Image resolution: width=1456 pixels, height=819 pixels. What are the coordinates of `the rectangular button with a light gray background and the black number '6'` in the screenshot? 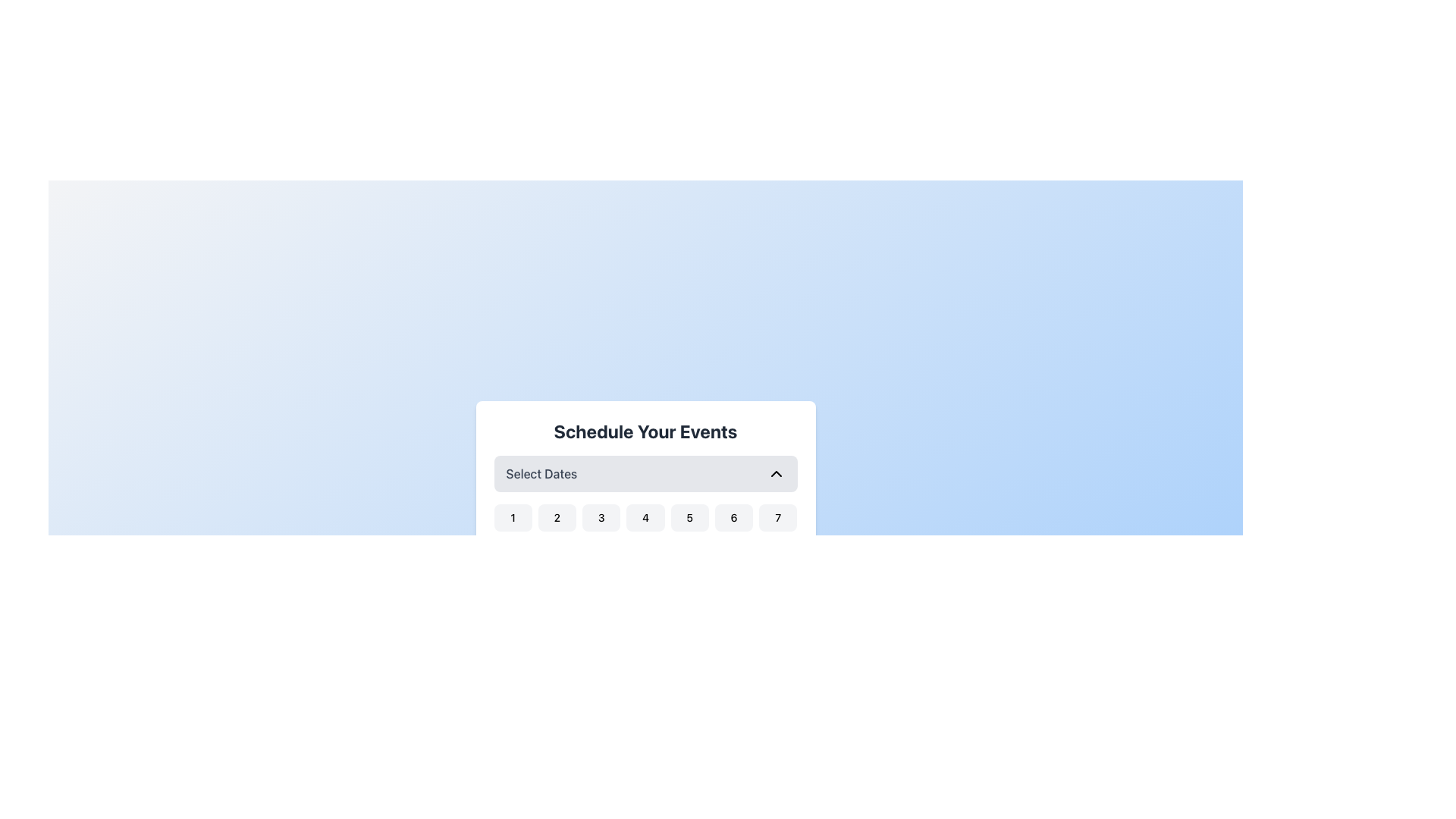 It's located at (734, 517).